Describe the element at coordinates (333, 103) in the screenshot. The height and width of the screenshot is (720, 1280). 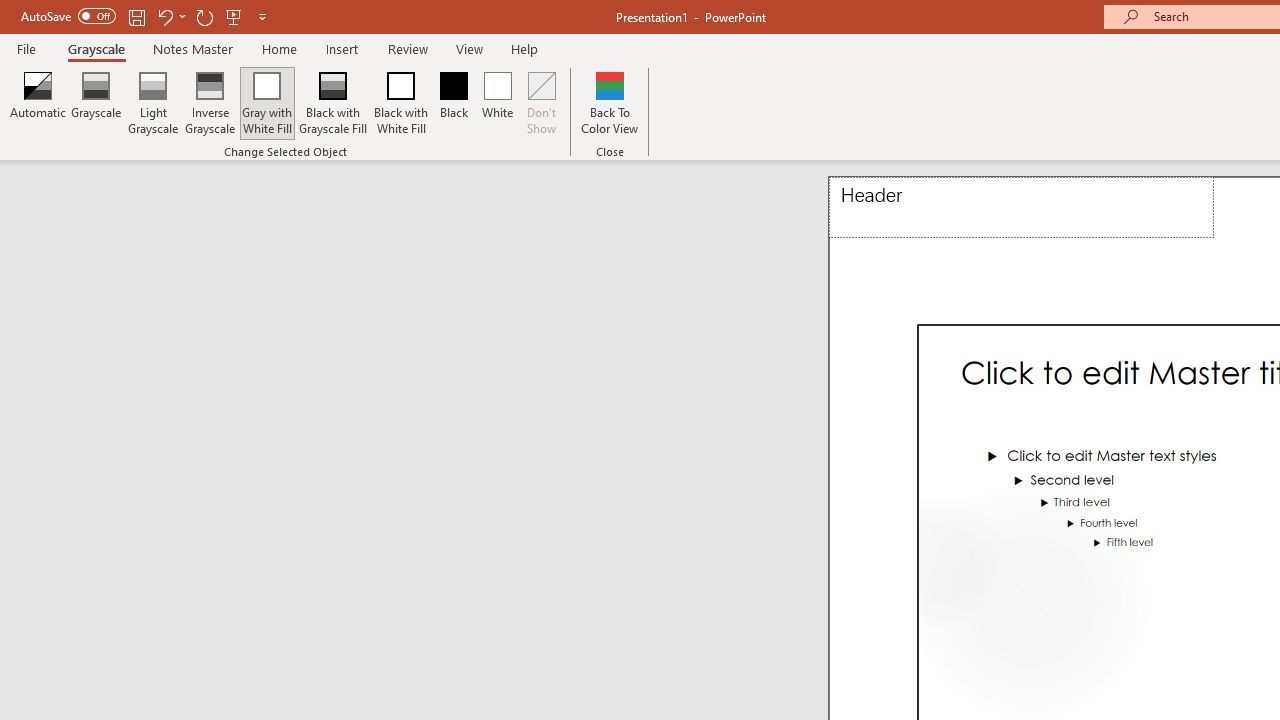
I see `'Black with Grayscale Fill'` at that location.